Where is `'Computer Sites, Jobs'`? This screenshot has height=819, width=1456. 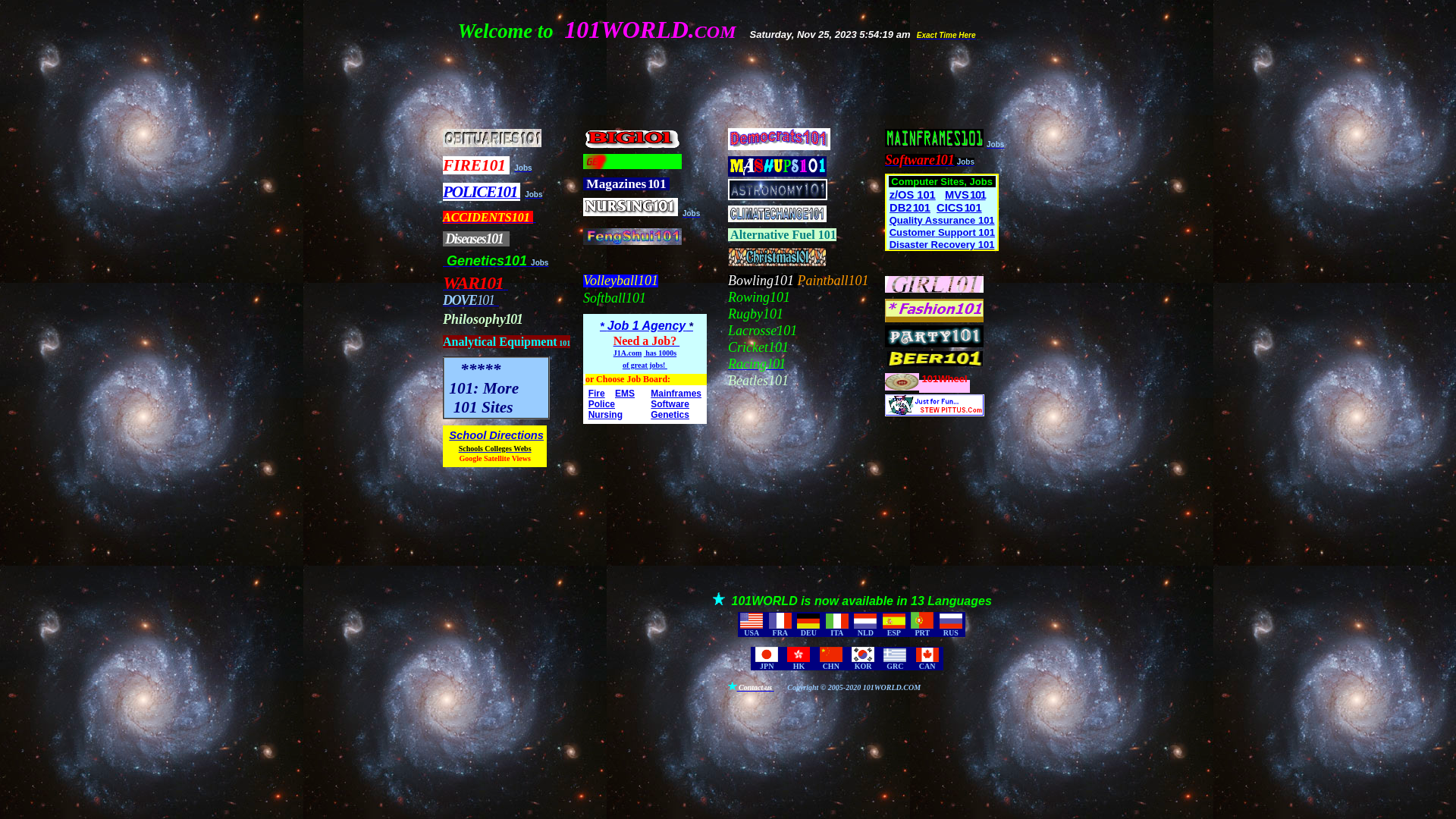
'Computer Sites, Jobs' is located at coordinates (941, 180).